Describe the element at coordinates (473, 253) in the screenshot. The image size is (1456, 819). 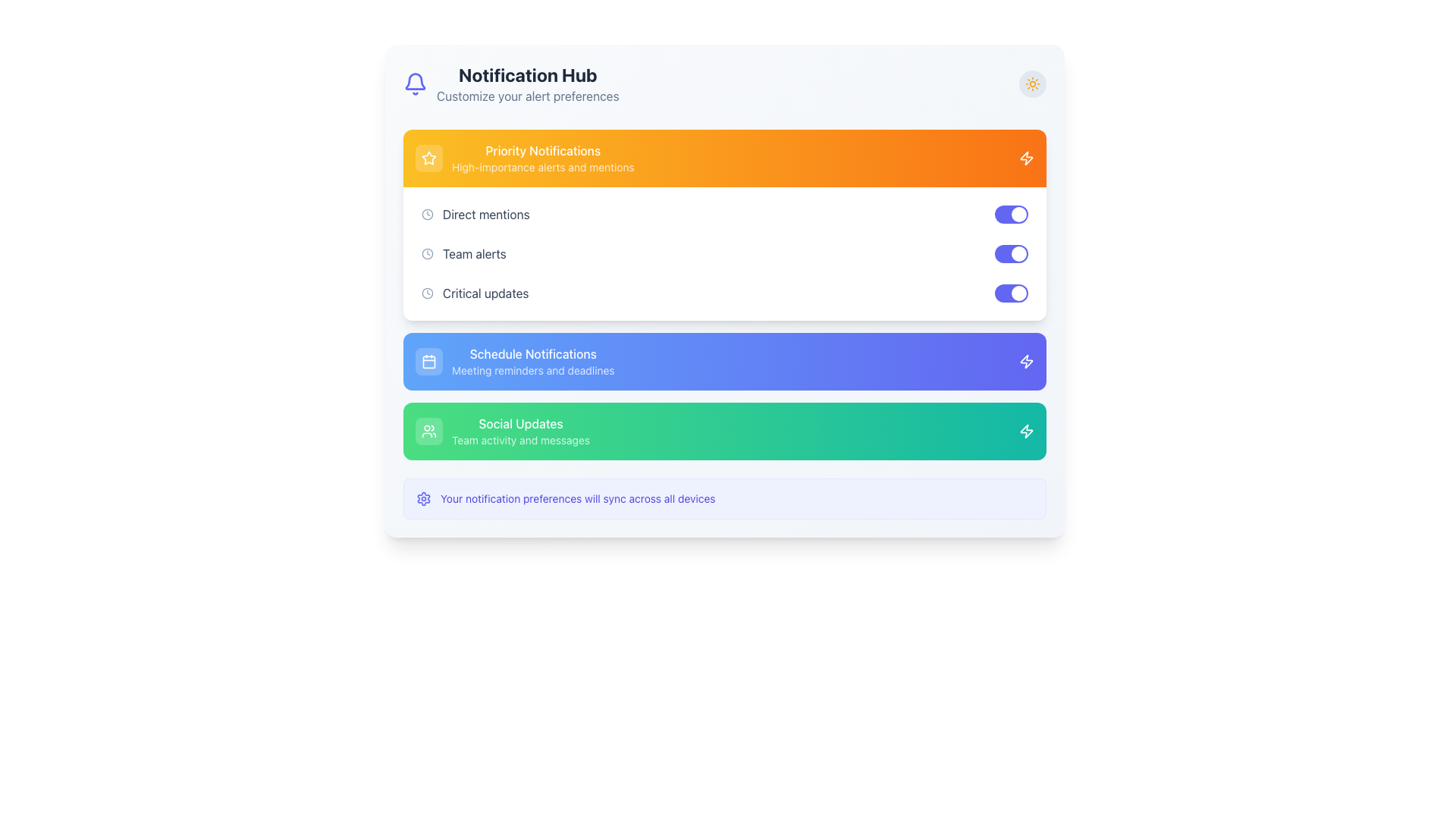
I see `'Team alerts' text label located in the second row of the 'Priority Notifications' section, positioned to the right of the clock icon` at that location.